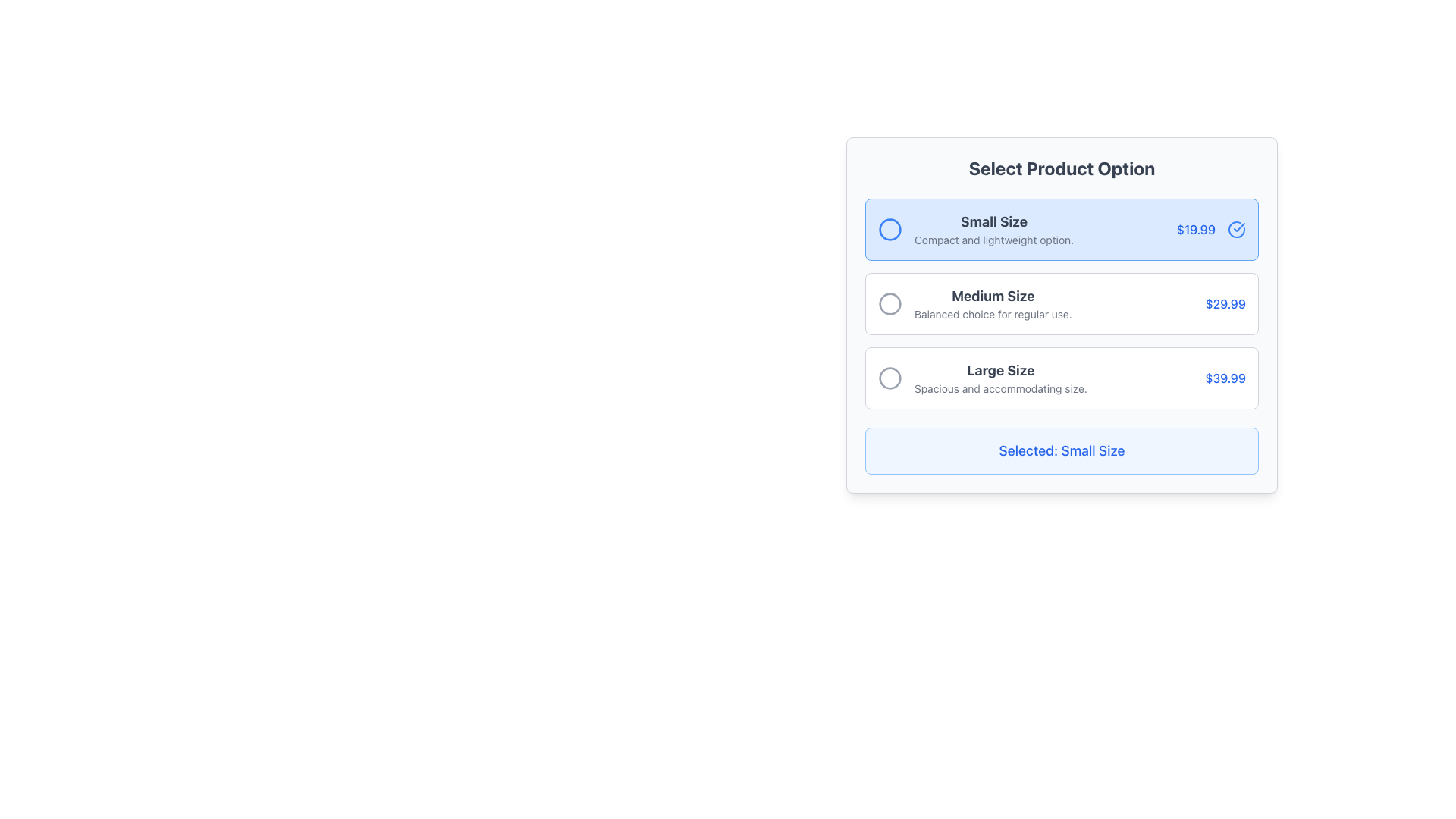 The width and height of the screenshot is (1456, 819). Describe the element at coordinates (993, 304) in the screenshot. I see `text label that describes the second selectable product option, which is positioned between 'Small Size' and 'Large Size'` at that location.